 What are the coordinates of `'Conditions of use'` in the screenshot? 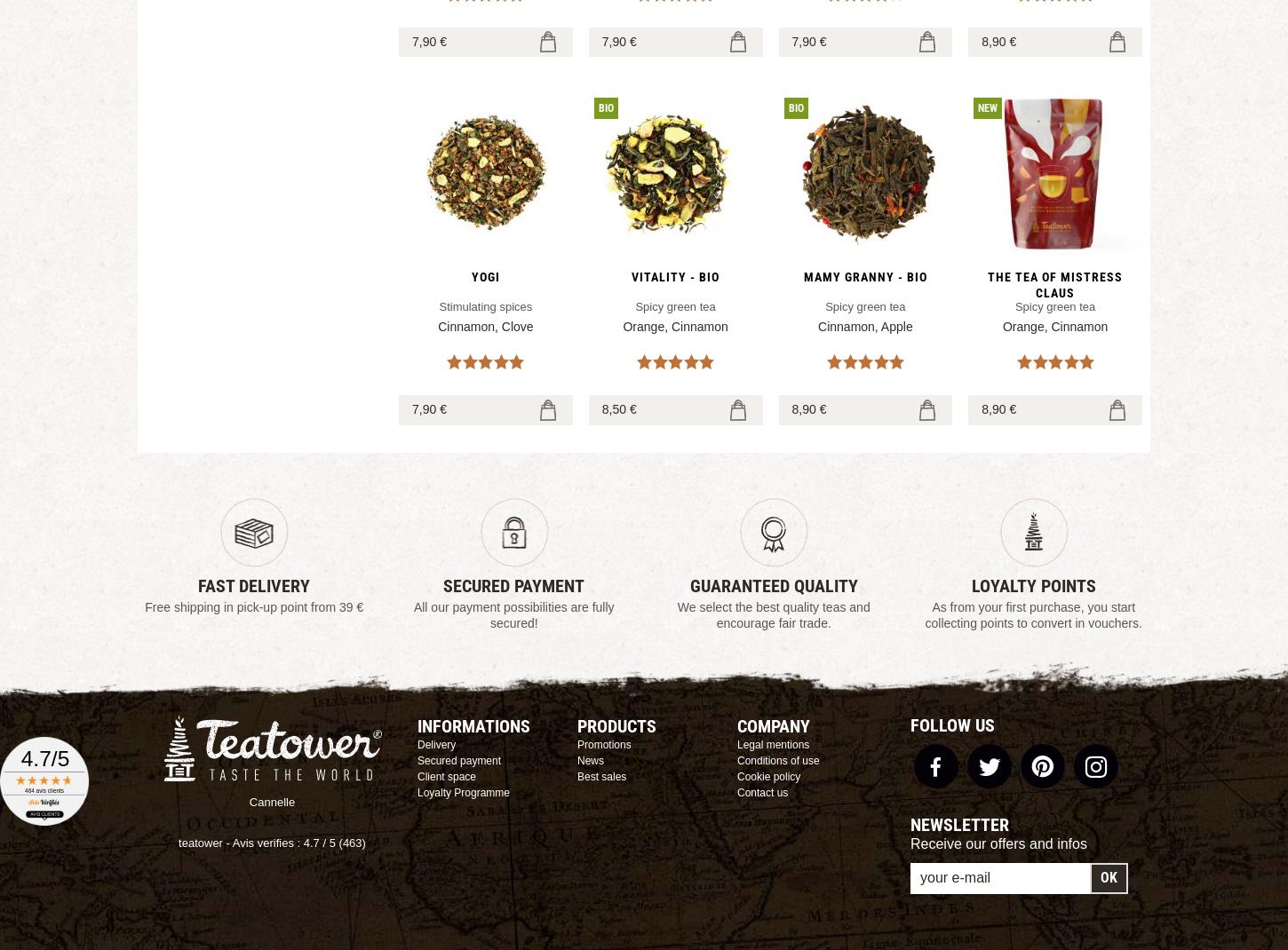 It's located at (735, 760).